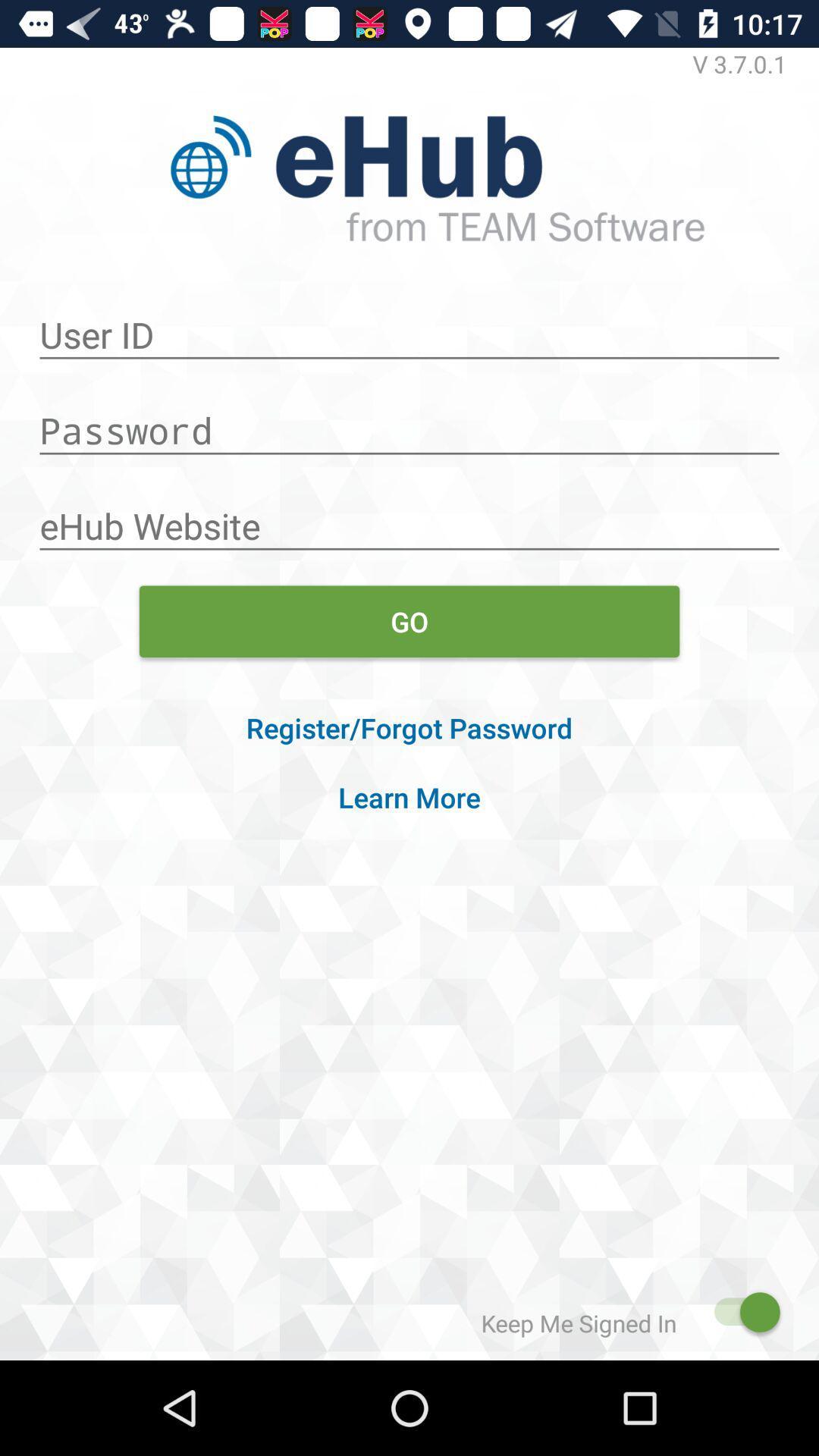 This screenshot has height=1456, width=819. I want to click on password space, so click(409, 422).